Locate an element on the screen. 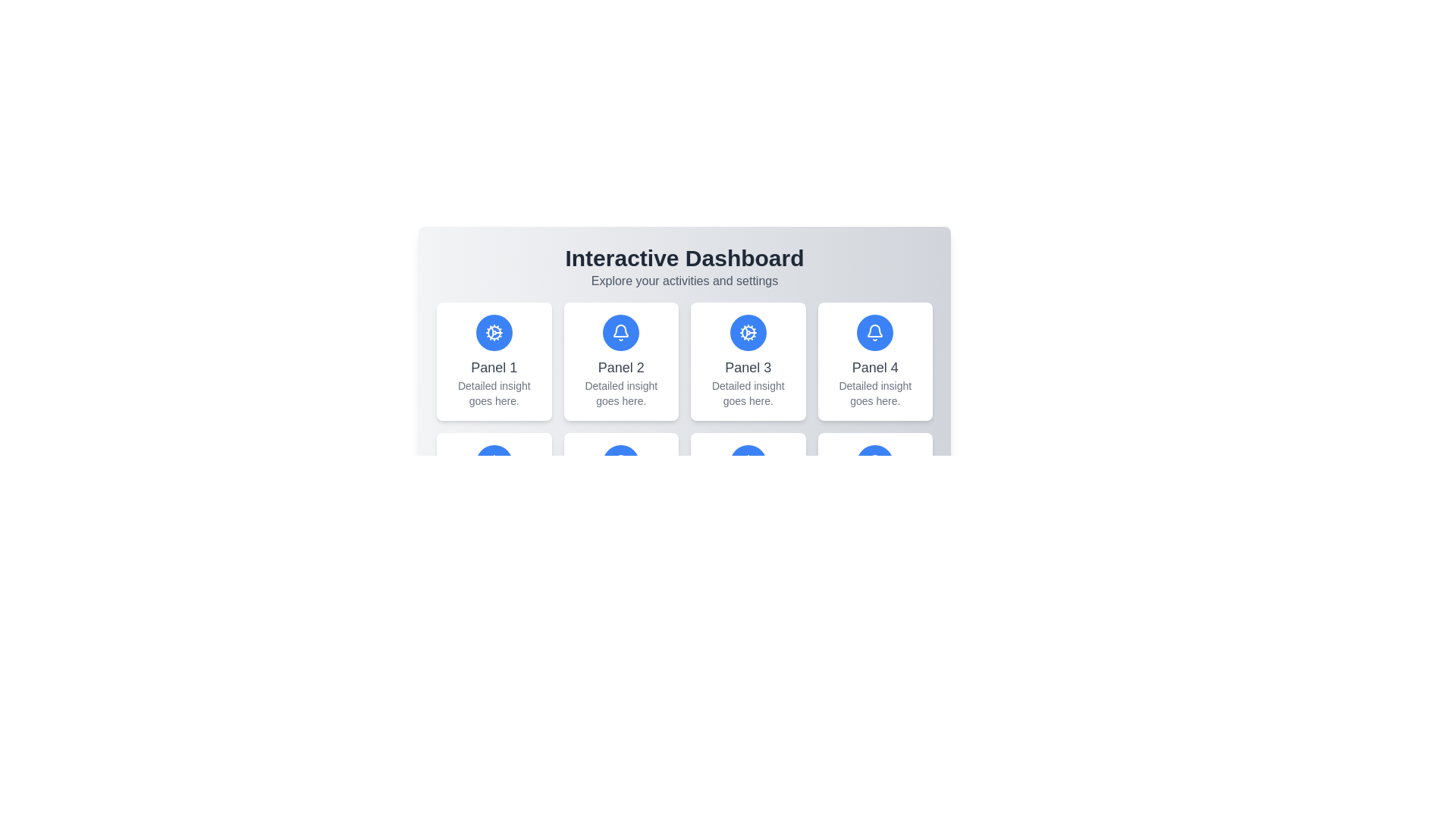 This screenshot has height=819, width=1456. the outer circle of the gear-shaped icon located above 'Panel 3', which is part of an icon set on the dashboard is located at coordinates (494, 332).